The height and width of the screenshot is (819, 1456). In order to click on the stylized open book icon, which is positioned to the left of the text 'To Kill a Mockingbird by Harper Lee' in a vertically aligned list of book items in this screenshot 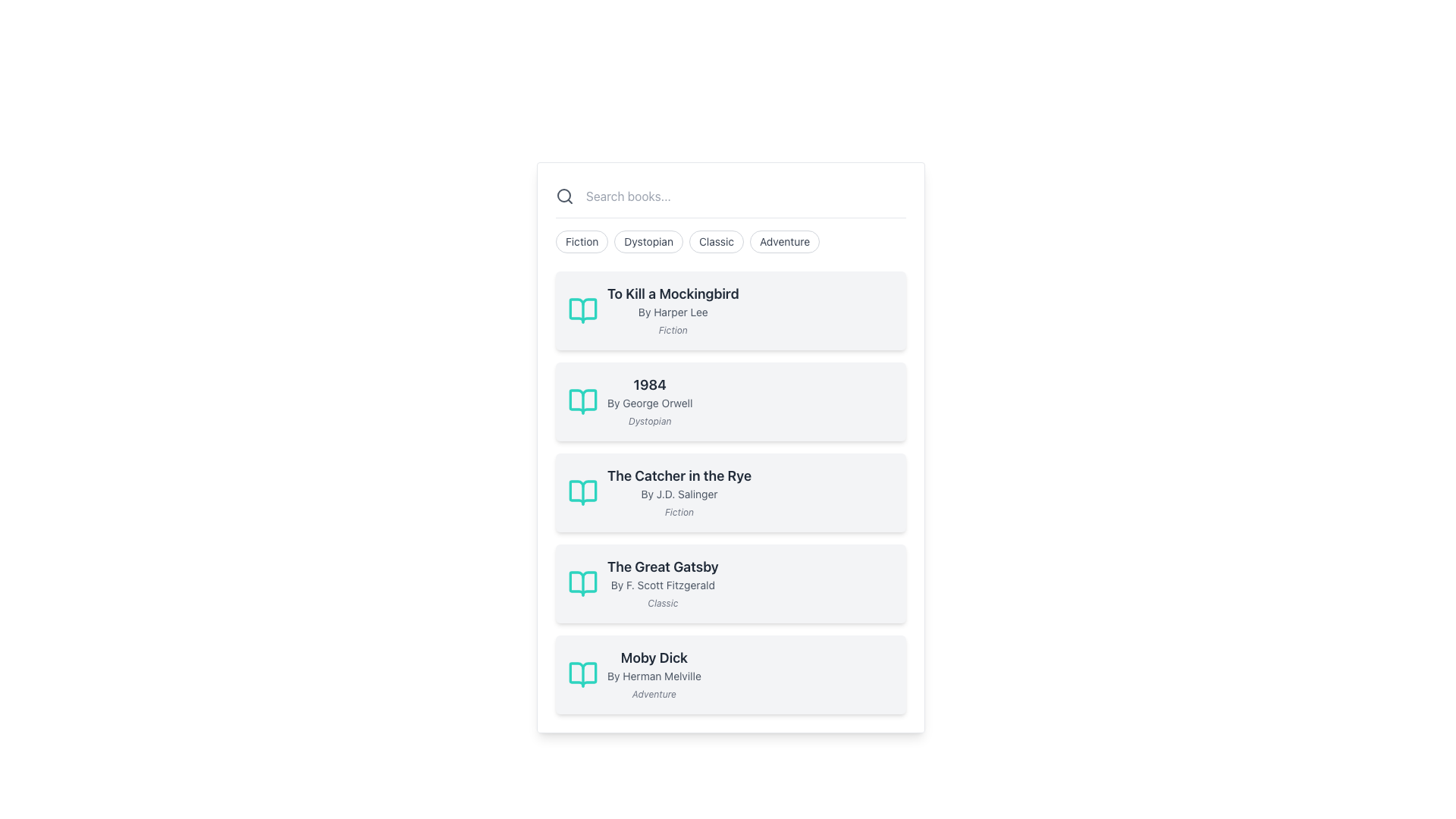, I will do `click(582, 309)`.